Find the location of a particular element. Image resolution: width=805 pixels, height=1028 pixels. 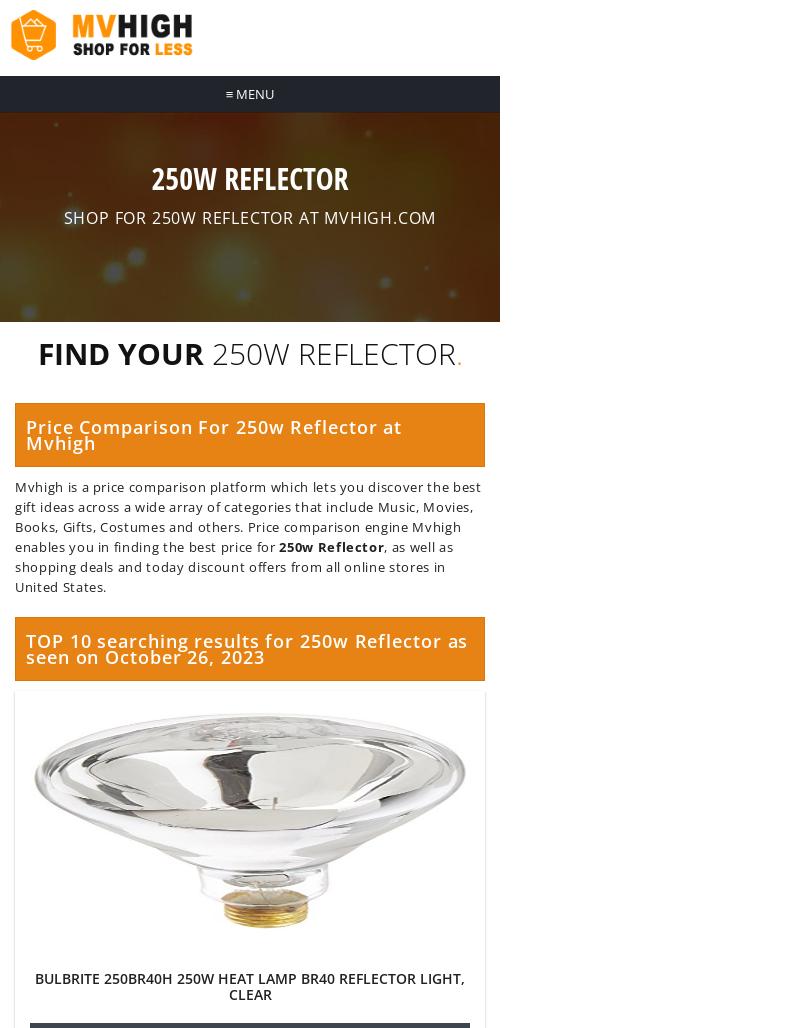

'.' is located at coordinates (453, 352).